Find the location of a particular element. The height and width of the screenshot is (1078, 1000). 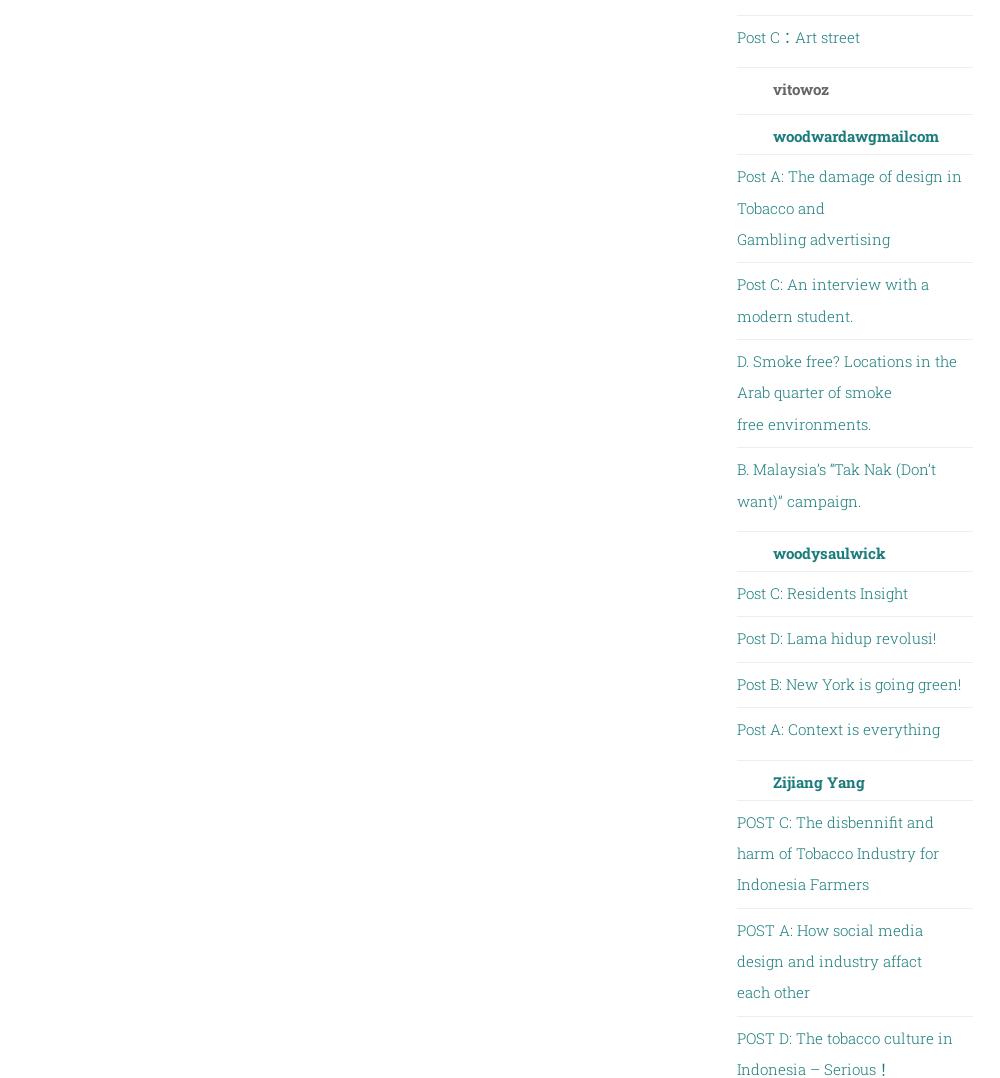

'woodysaulwick' is located at coordinates (827, 551).